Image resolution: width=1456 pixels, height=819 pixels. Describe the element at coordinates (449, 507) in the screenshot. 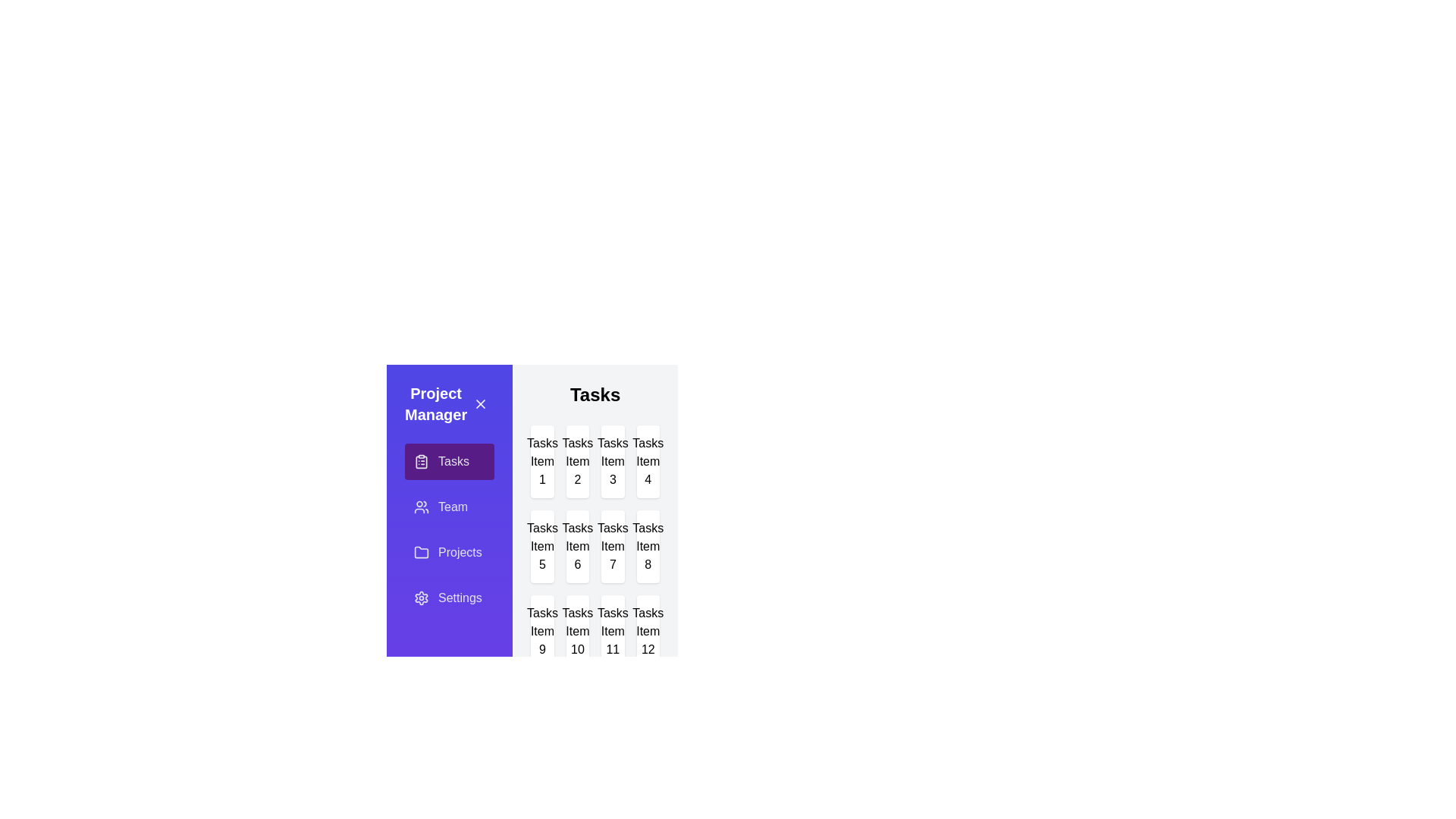

I see `the Team tab by clicking on it` at that location.